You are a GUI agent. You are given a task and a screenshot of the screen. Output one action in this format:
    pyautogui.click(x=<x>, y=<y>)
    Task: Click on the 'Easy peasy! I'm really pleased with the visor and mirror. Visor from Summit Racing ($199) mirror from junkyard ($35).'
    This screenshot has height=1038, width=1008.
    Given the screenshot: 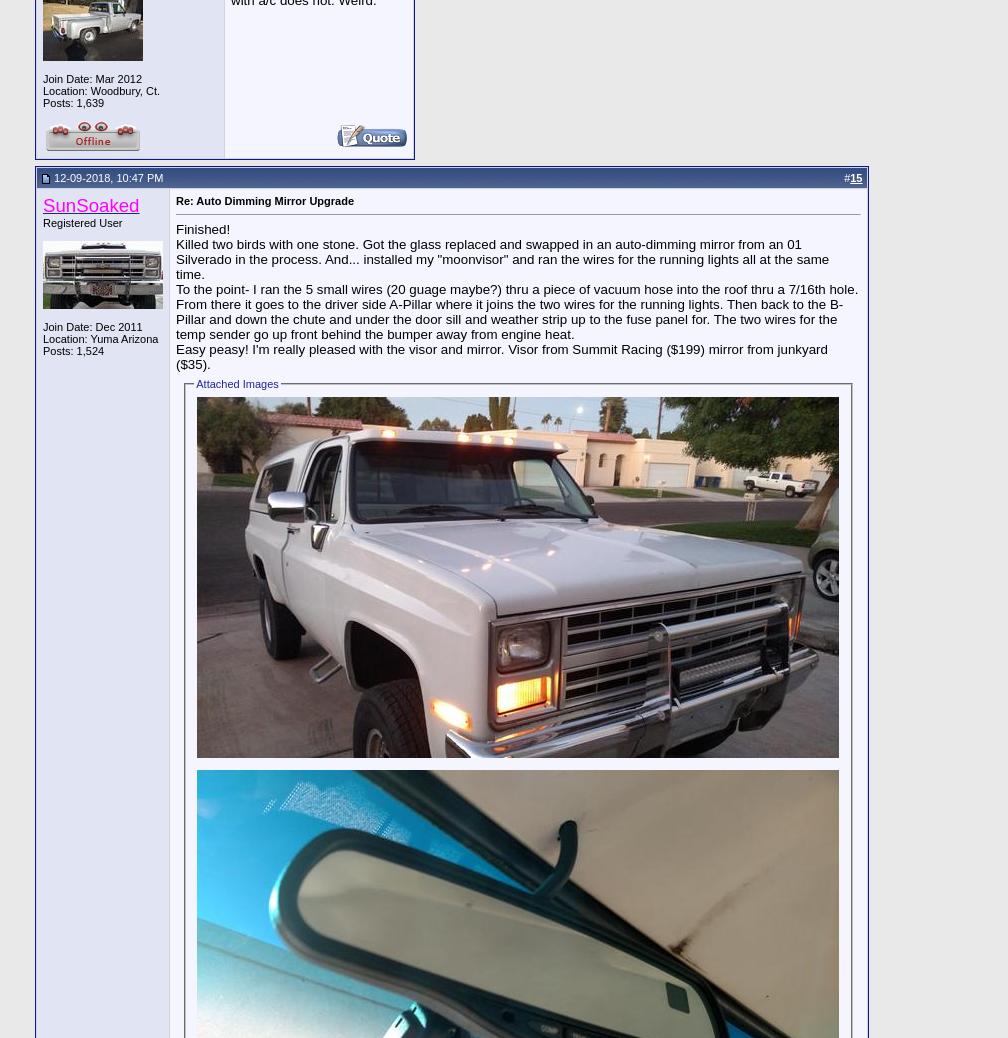 What is the action you would take?
    pyautogui.click(x=501, y=356)
    